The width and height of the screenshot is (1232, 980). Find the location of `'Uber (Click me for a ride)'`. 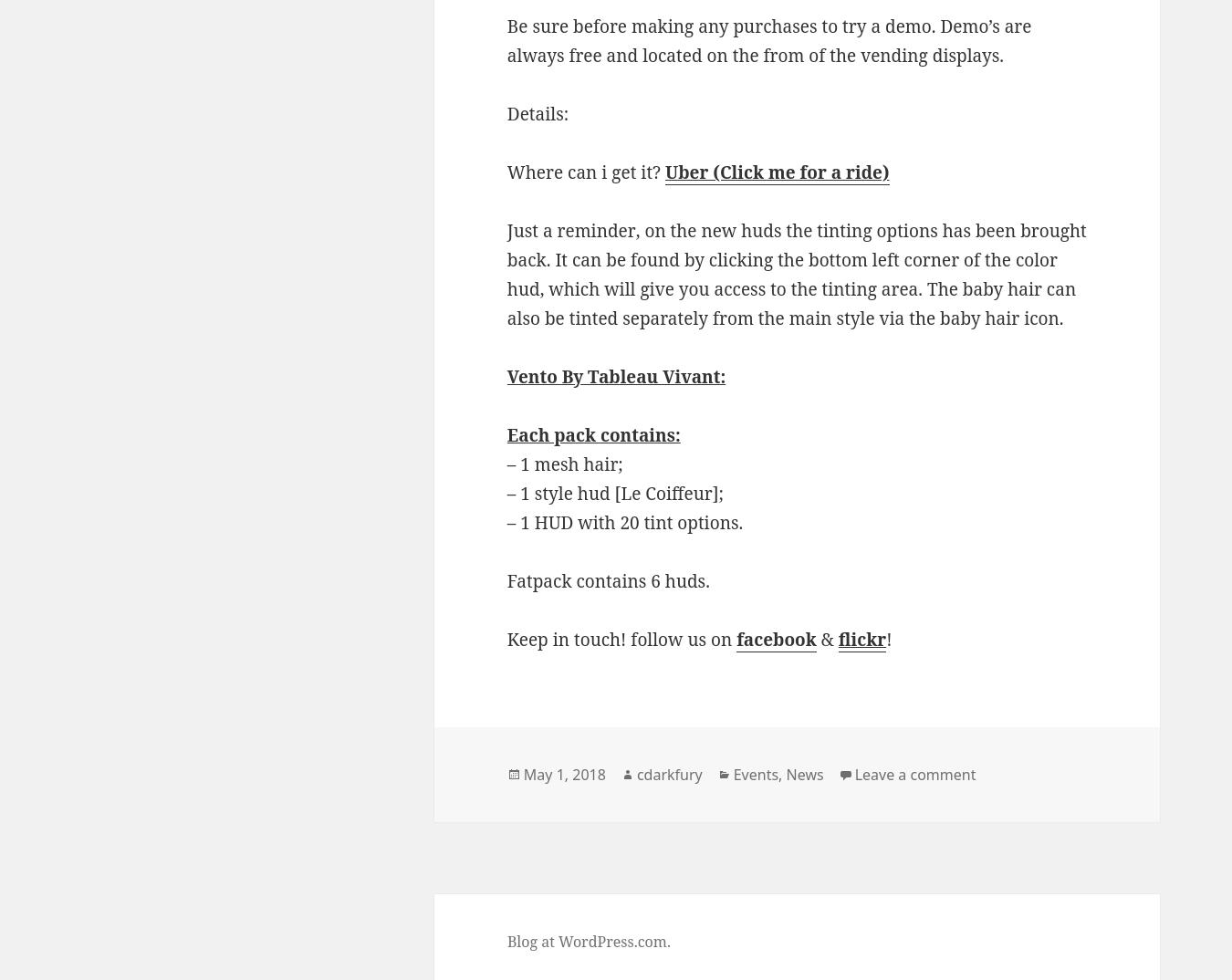

'Uber (Click me for a ride)' is located at coordinates (664, 172).